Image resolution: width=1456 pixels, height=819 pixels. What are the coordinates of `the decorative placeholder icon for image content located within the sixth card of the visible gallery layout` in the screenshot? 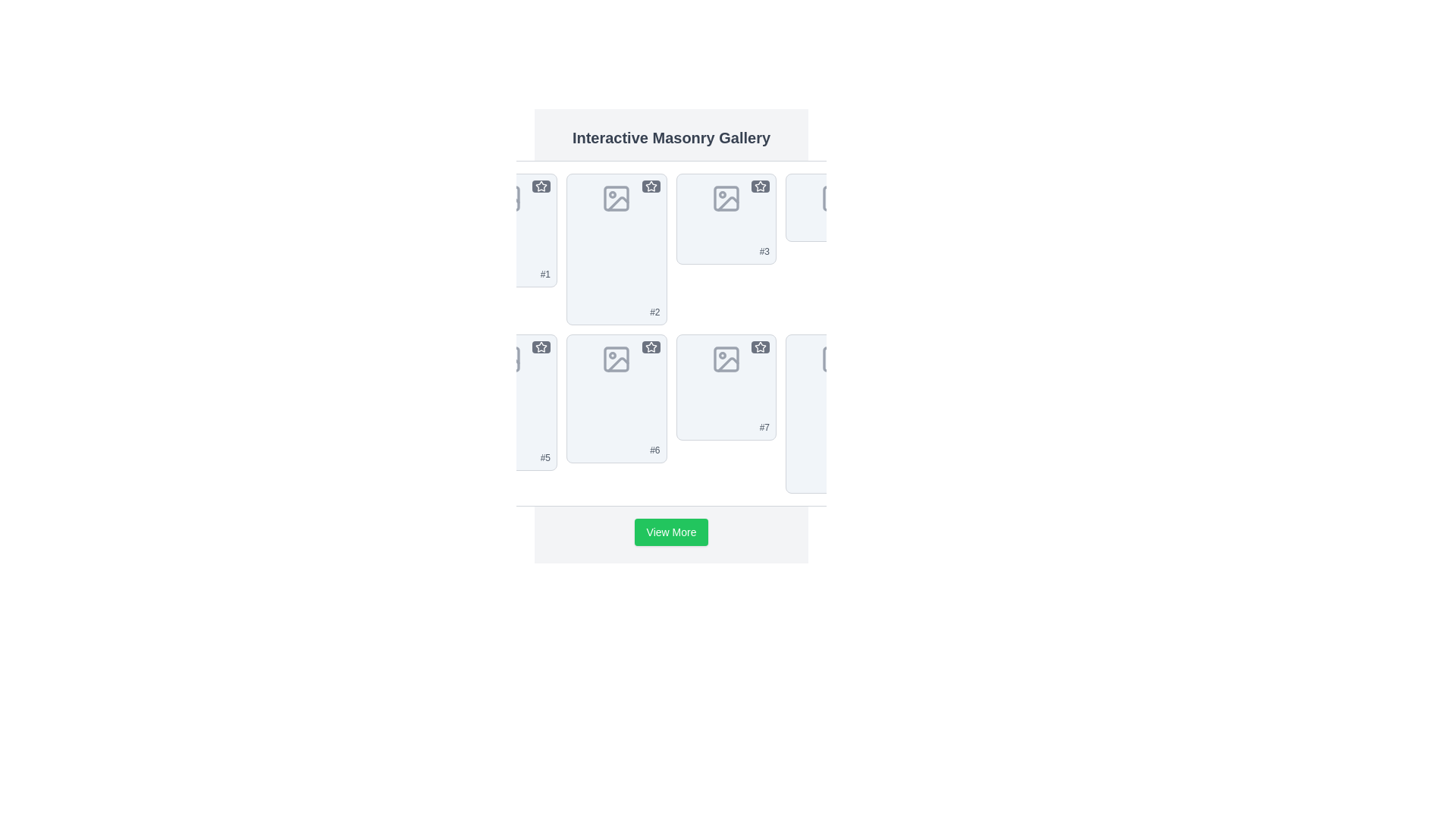 It's located at (618, 364).